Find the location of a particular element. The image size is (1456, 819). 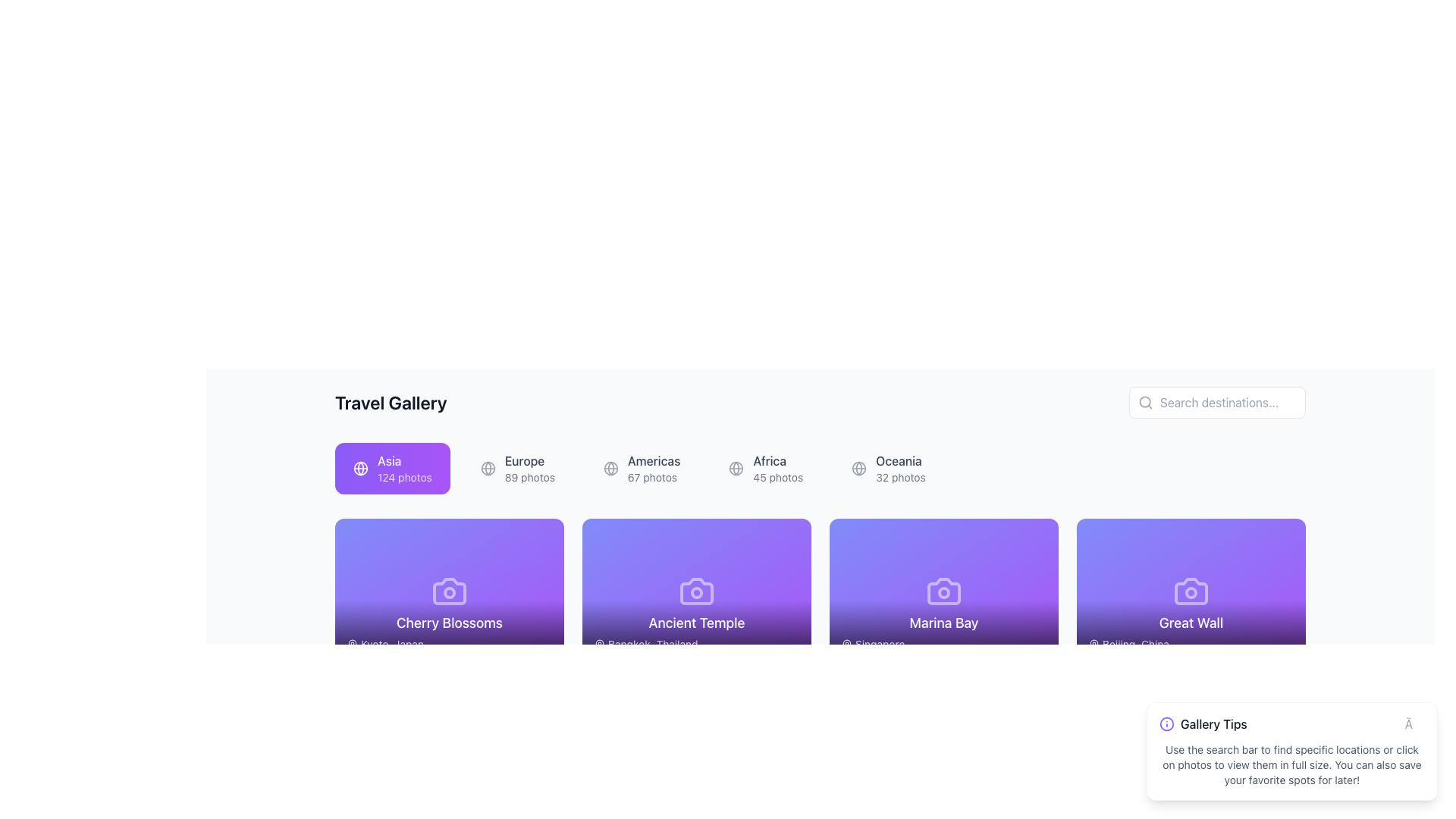

the image icon representing the 'Great Wall' card, located on the far right of the second row in the gallery grid is located at coordinates (1190, 590).